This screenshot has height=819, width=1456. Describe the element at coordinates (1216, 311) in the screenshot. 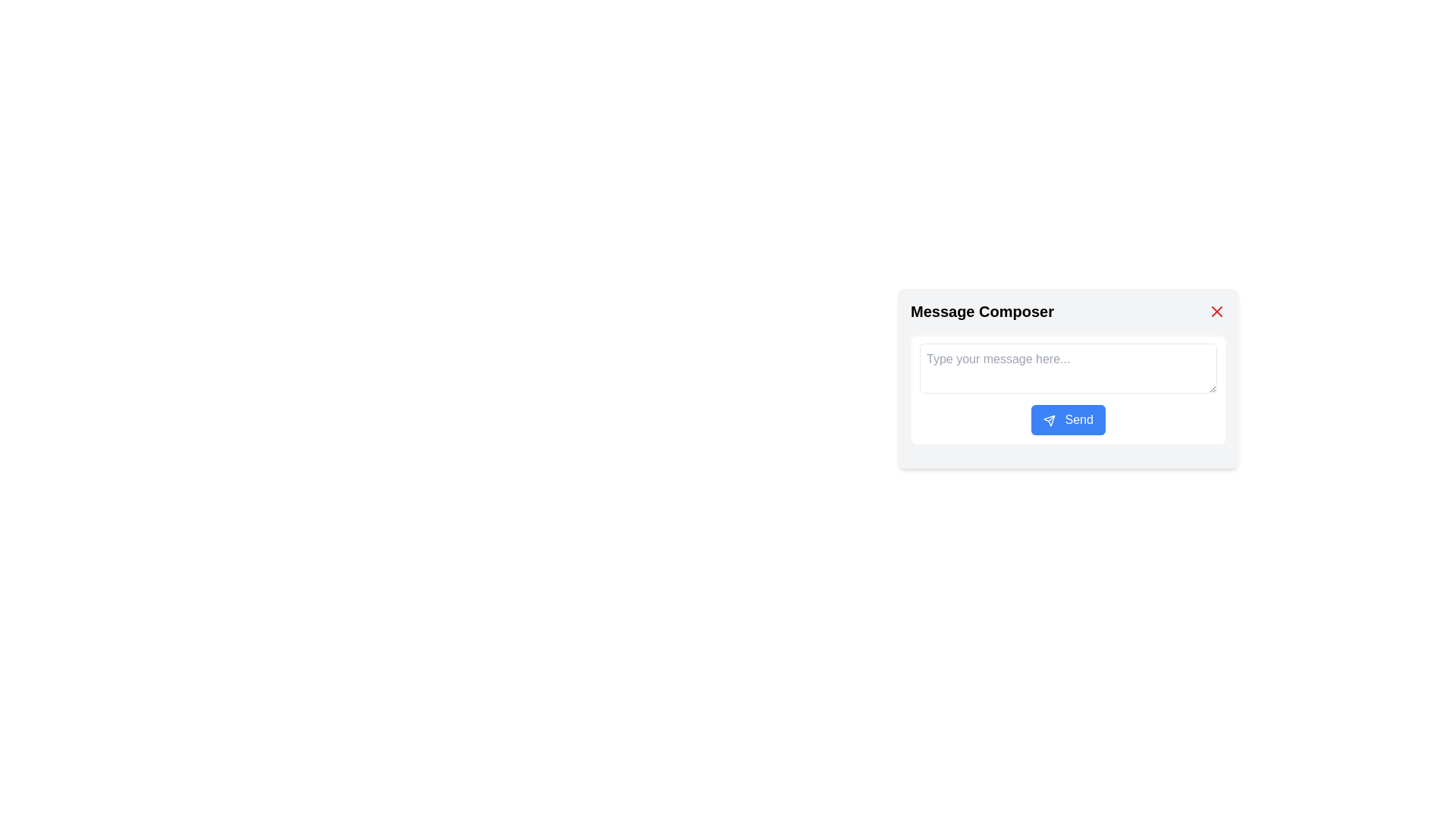

I see `the toggle or close button located at the top-right corner of the 'Message Composer' panel` at that location.